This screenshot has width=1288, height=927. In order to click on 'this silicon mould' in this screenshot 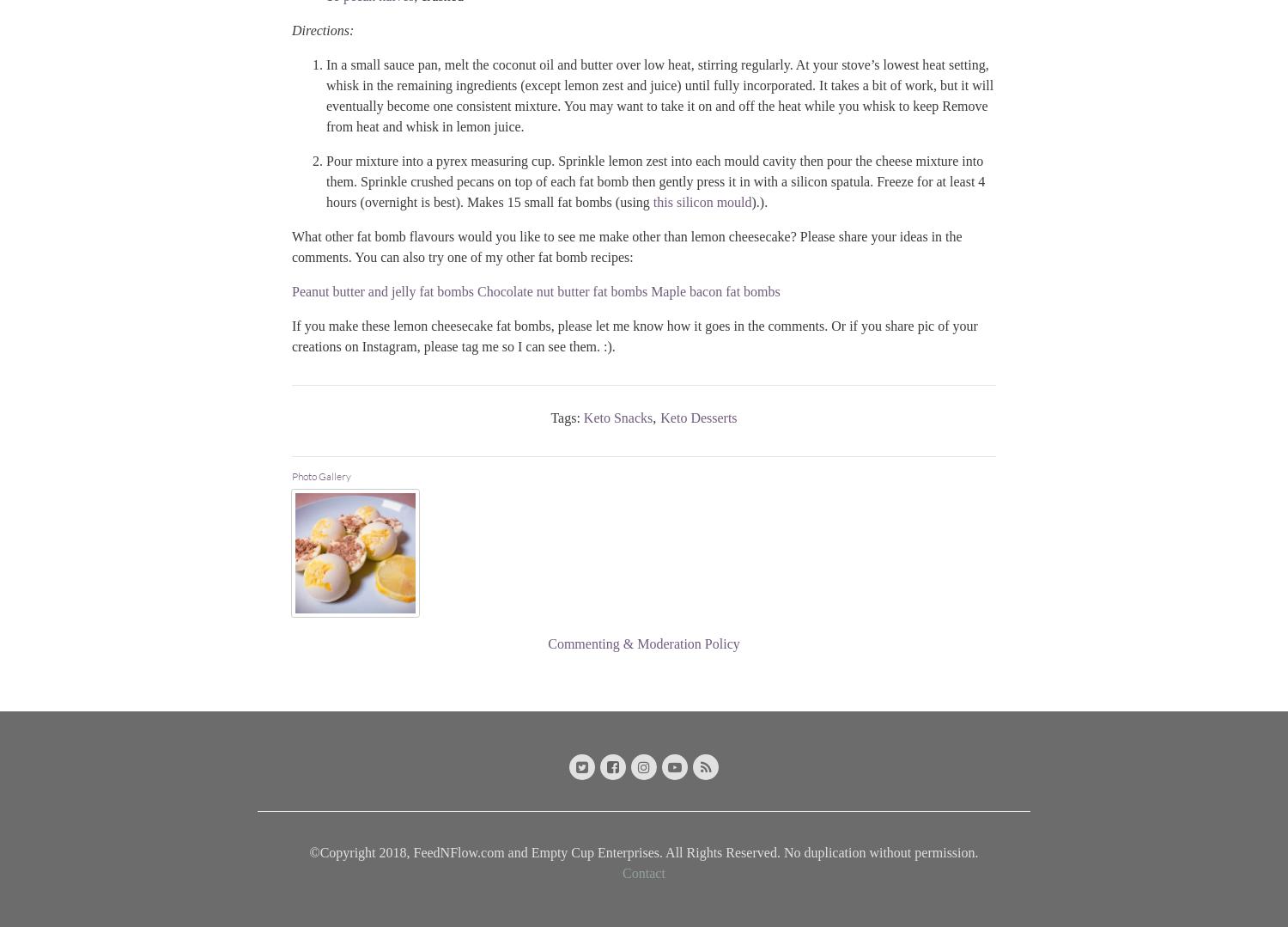, I will do `click(653, 200)`.